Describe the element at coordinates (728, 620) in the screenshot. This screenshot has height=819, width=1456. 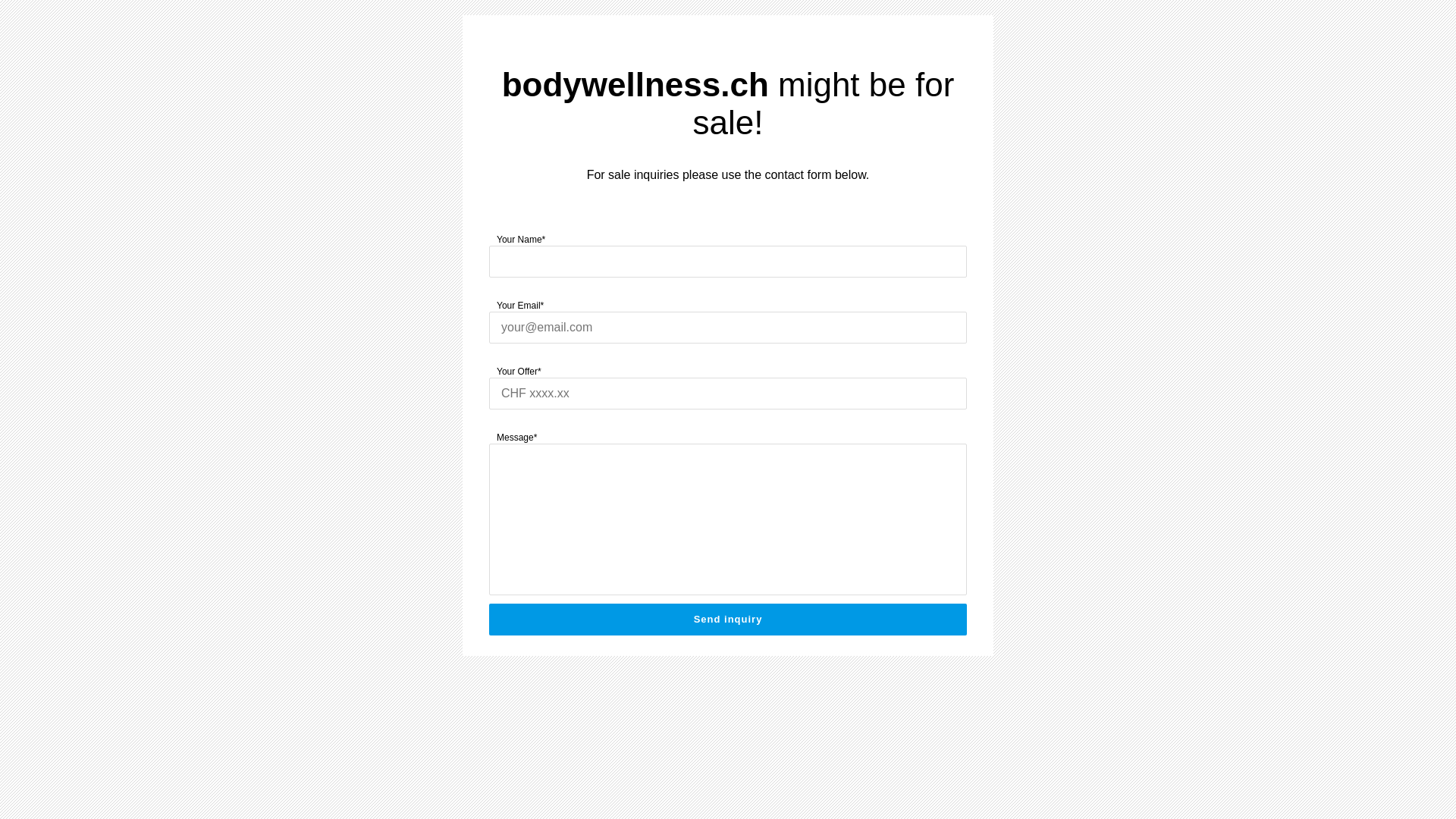
I see `'Send inquiry'` at that location.